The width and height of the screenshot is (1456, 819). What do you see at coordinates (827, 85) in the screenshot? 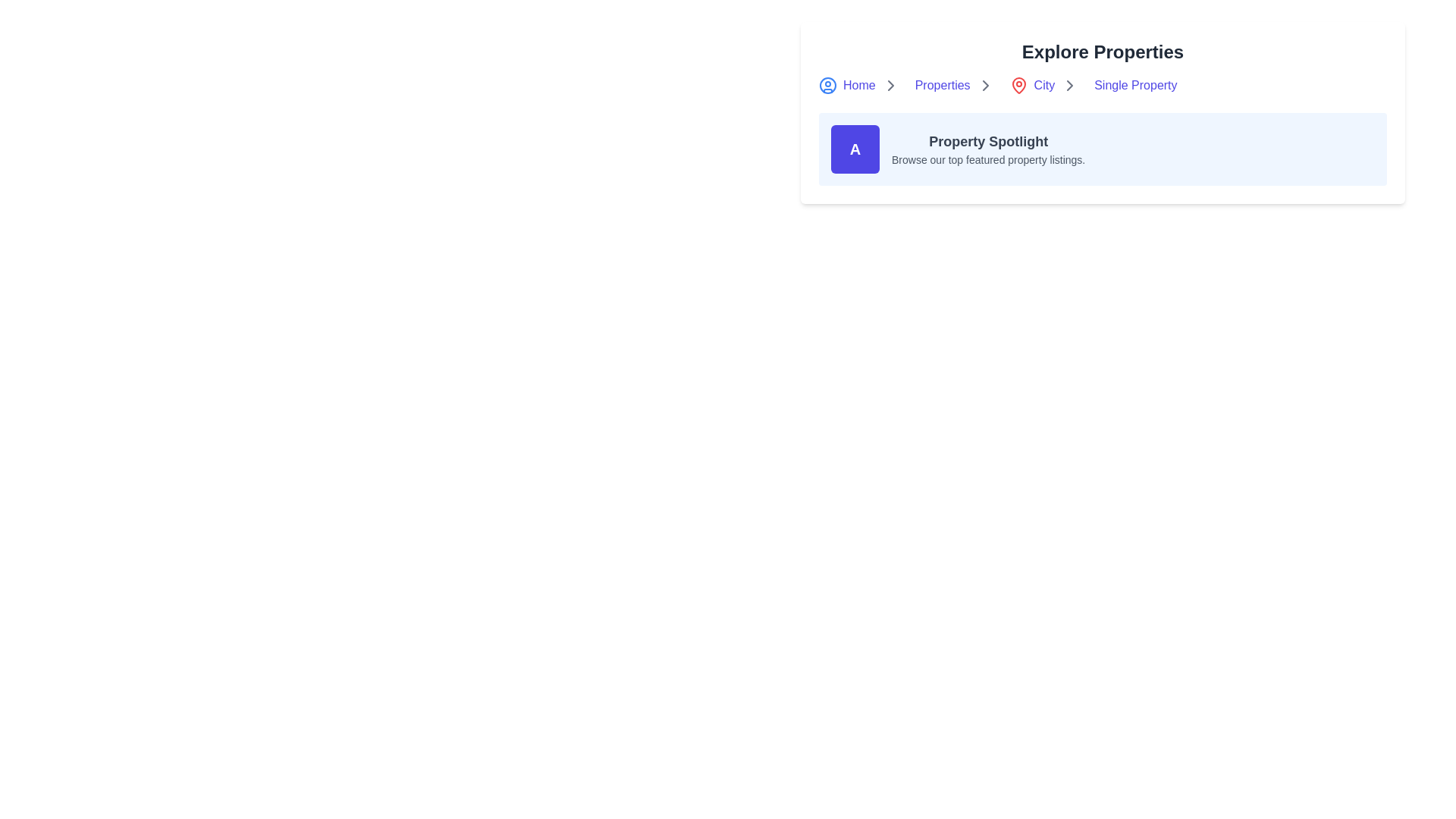
I see `the round user icon with a blue outline located in the navigation breadcrumb area at the top-left region of the page, which appears as the first icon preceding the 'Home' link` at bounding box center [827, 85].